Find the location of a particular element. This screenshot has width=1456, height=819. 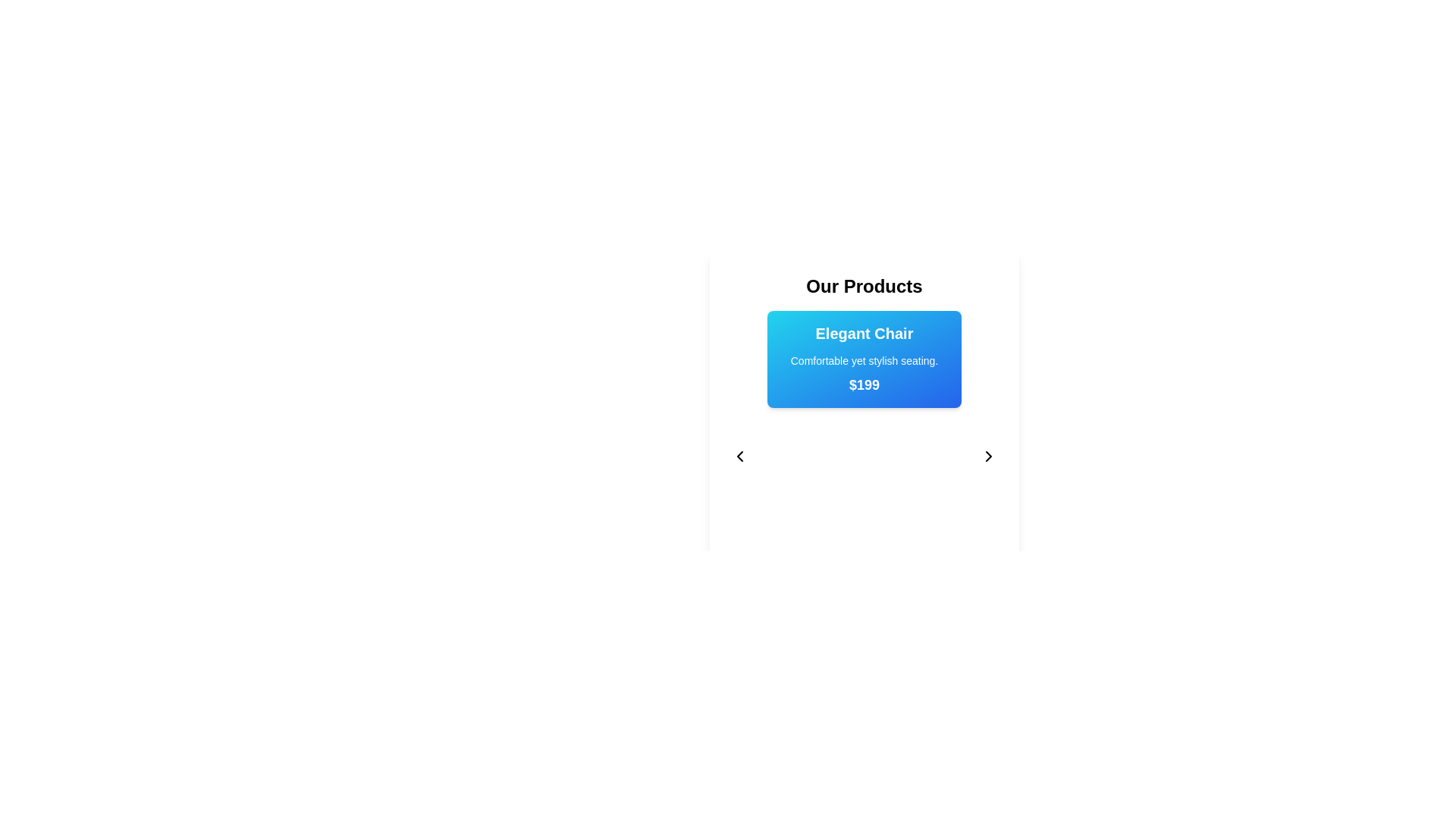

the text element displaying '$199' in bold style, located at the lower part of the card with a gradient background is located at coordinates (864, 384).